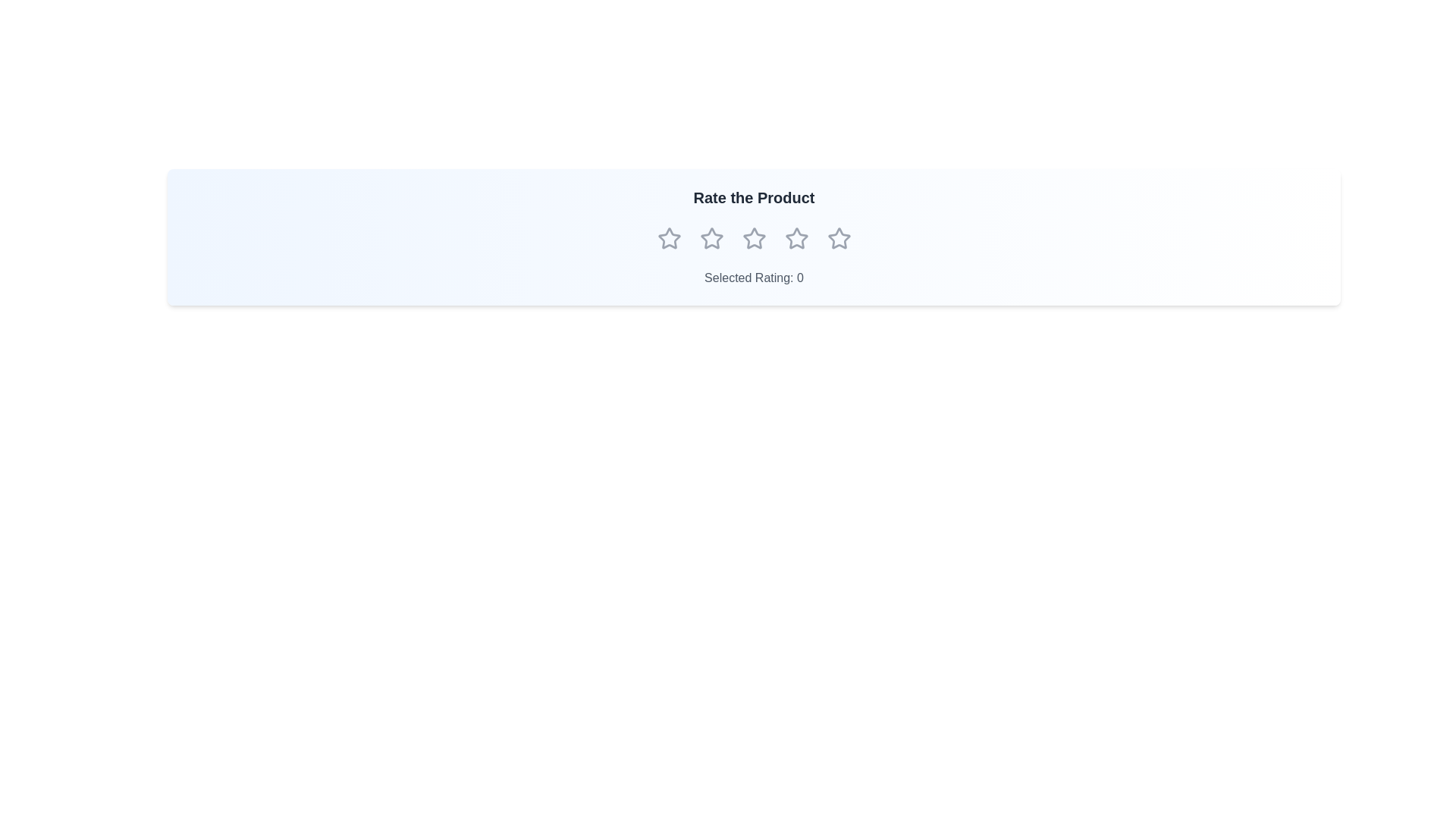  I want to click on the star-shaped icon on the far right of the rating system to assign a rating, so click(838, 239).